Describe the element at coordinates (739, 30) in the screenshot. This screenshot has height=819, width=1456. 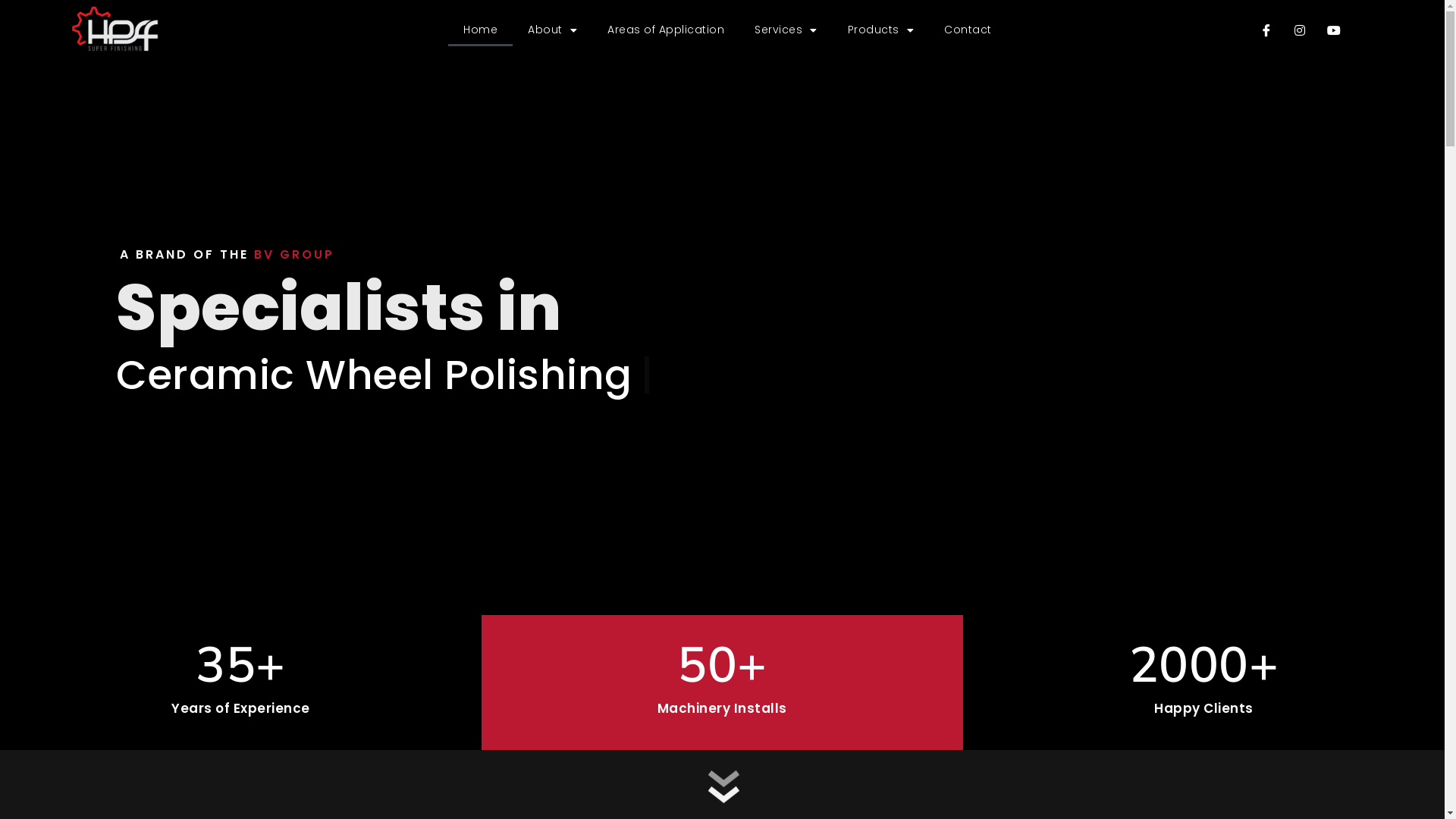
I see `'Services'` at that location.